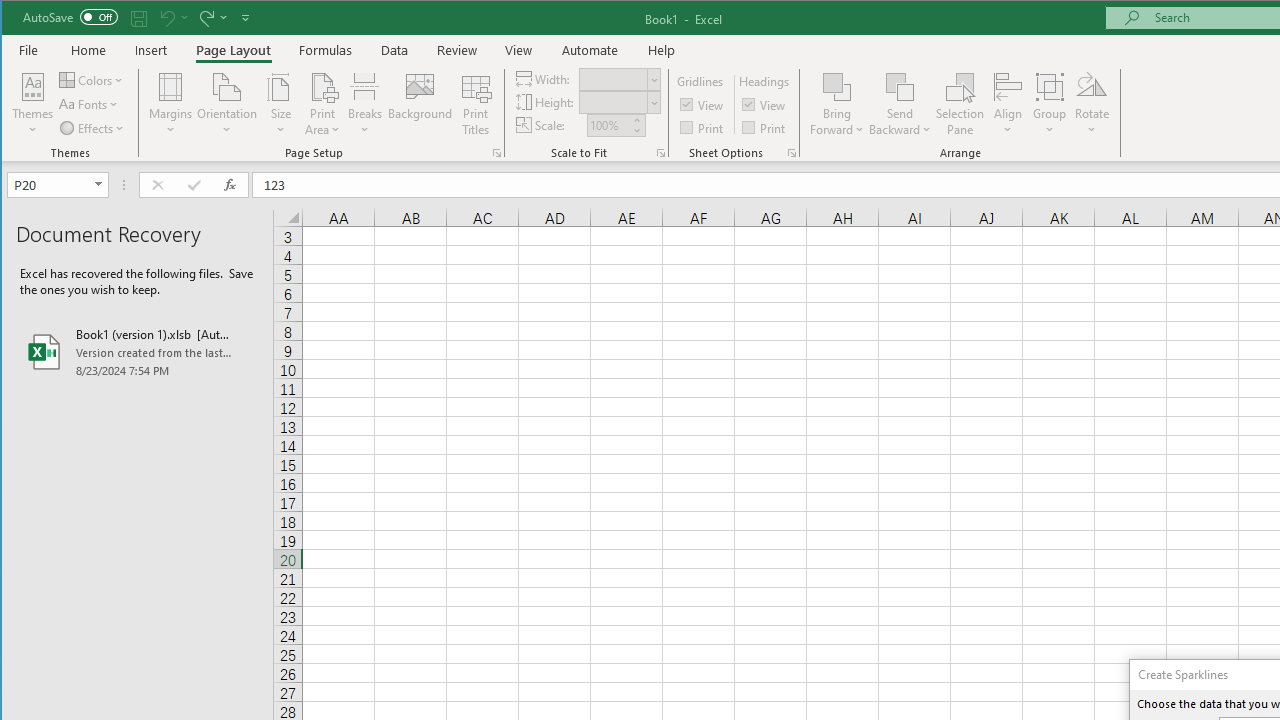 The width and height of the screenshot is (1280, 720). What do you see at coordinates (92, 79) in the screenshot?
I see `'Colors'` at bounding box center [92, 79].